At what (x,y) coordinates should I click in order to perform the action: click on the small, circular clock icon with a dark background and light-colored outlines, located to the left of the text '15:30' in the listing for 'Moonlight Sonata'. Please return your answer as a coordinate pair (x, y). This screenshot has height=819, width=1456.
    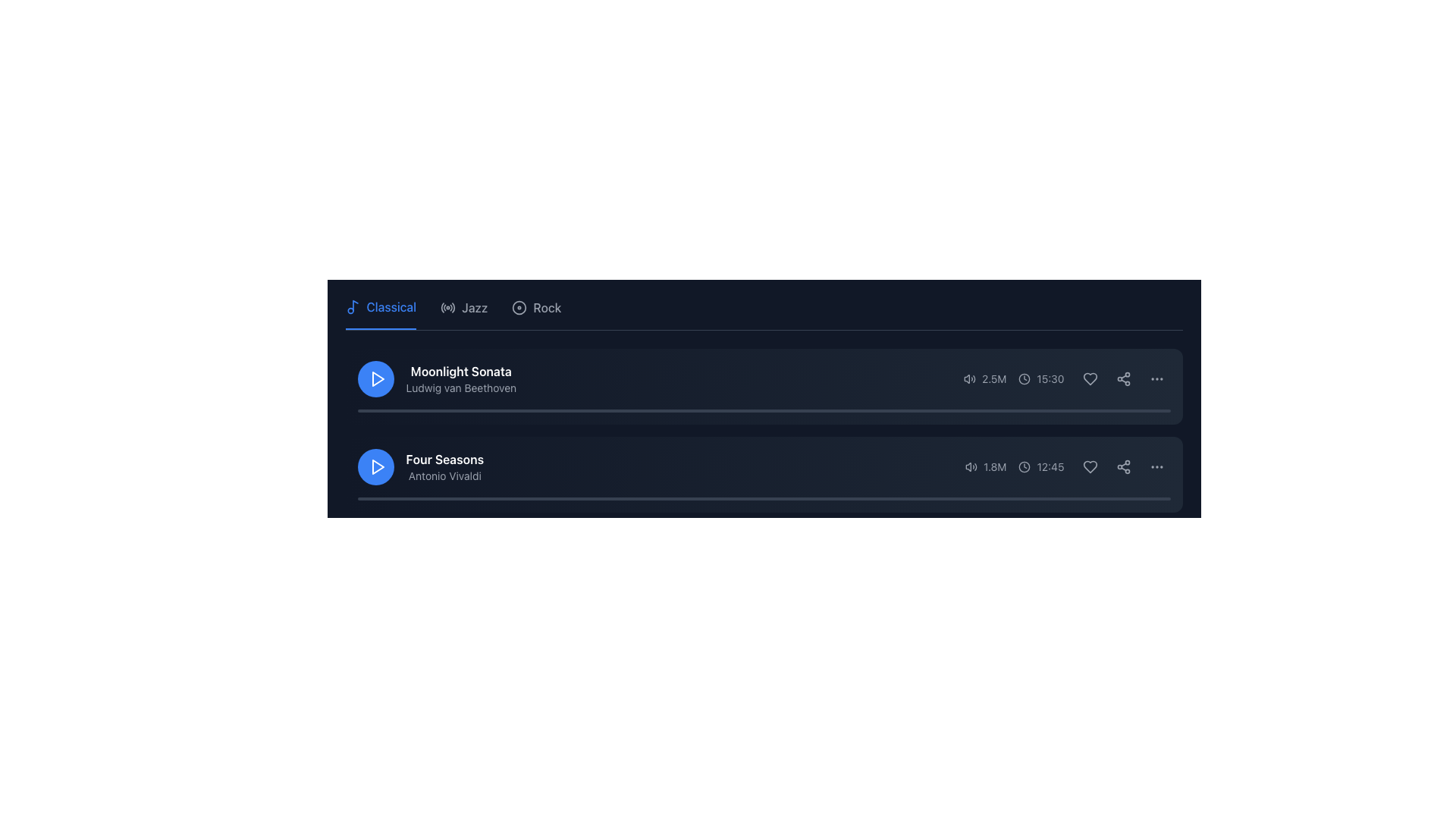
    Looking at the image, I should click on (1025, 378).